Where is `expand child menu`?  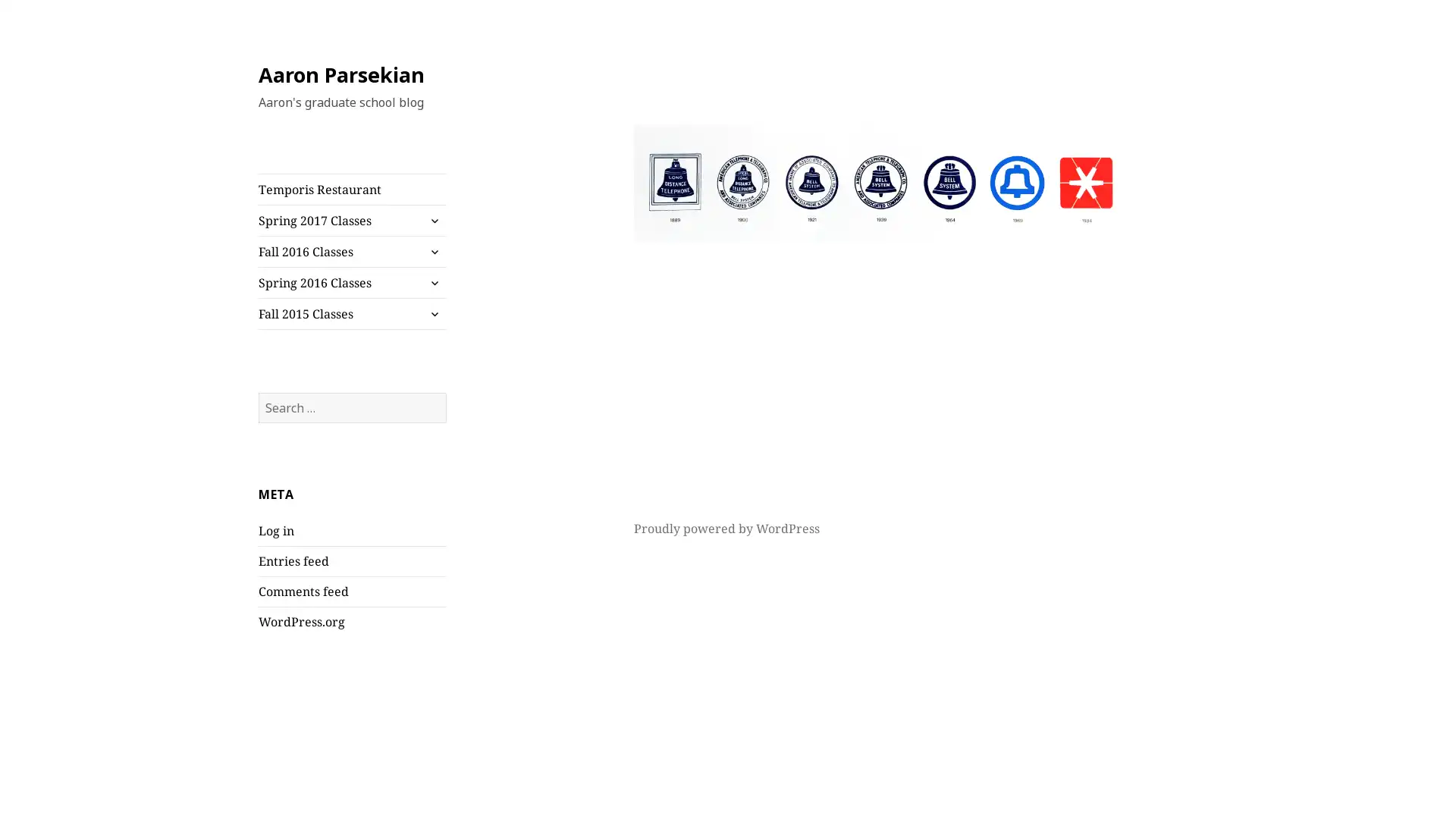
expand child menu is located at coordinates (432, 220).